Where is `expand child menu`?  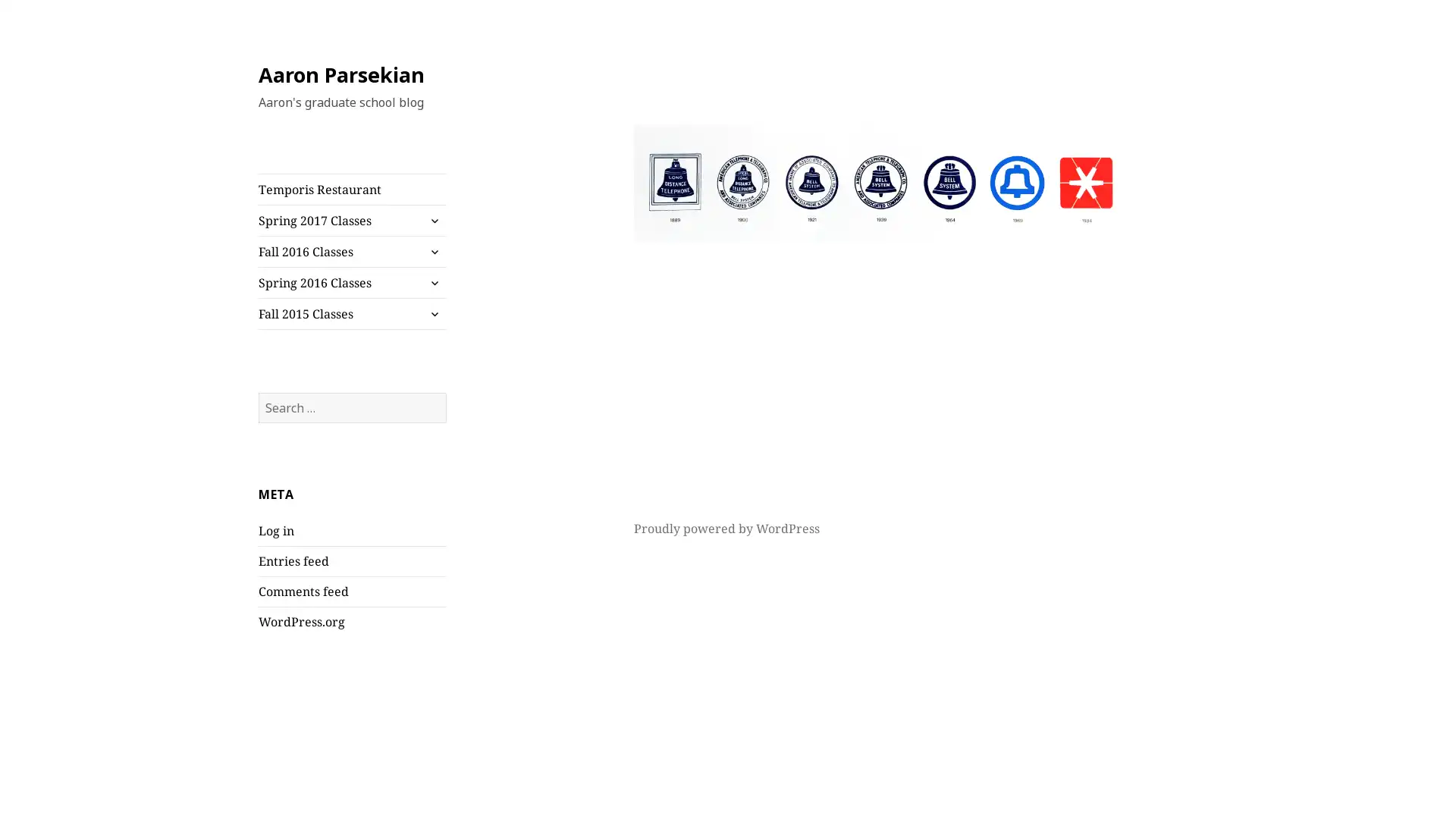
expand child menu is located at coordinates (432, 220).